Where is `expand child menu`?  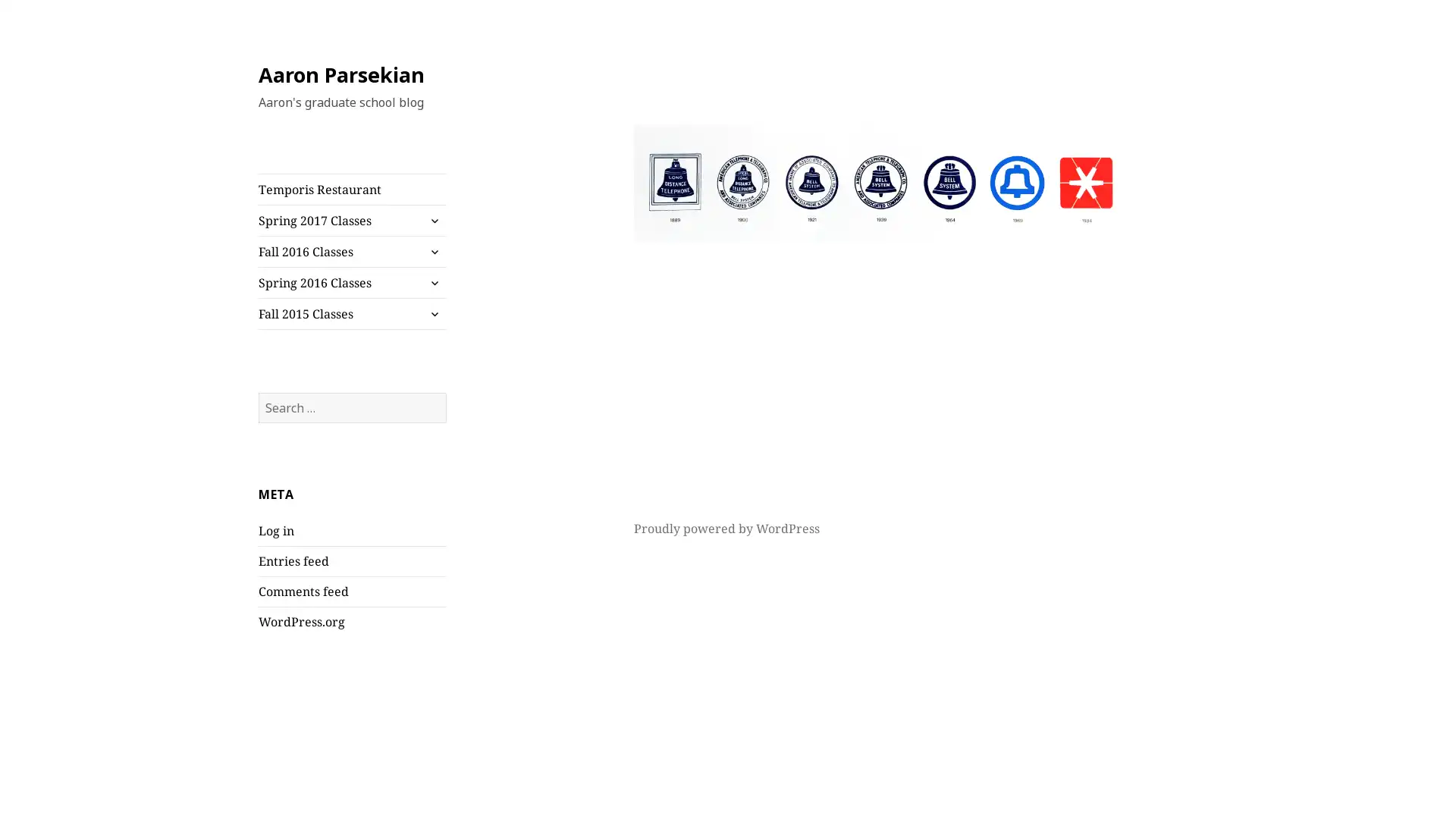
expand child menu is located at coordinates (432, 220).